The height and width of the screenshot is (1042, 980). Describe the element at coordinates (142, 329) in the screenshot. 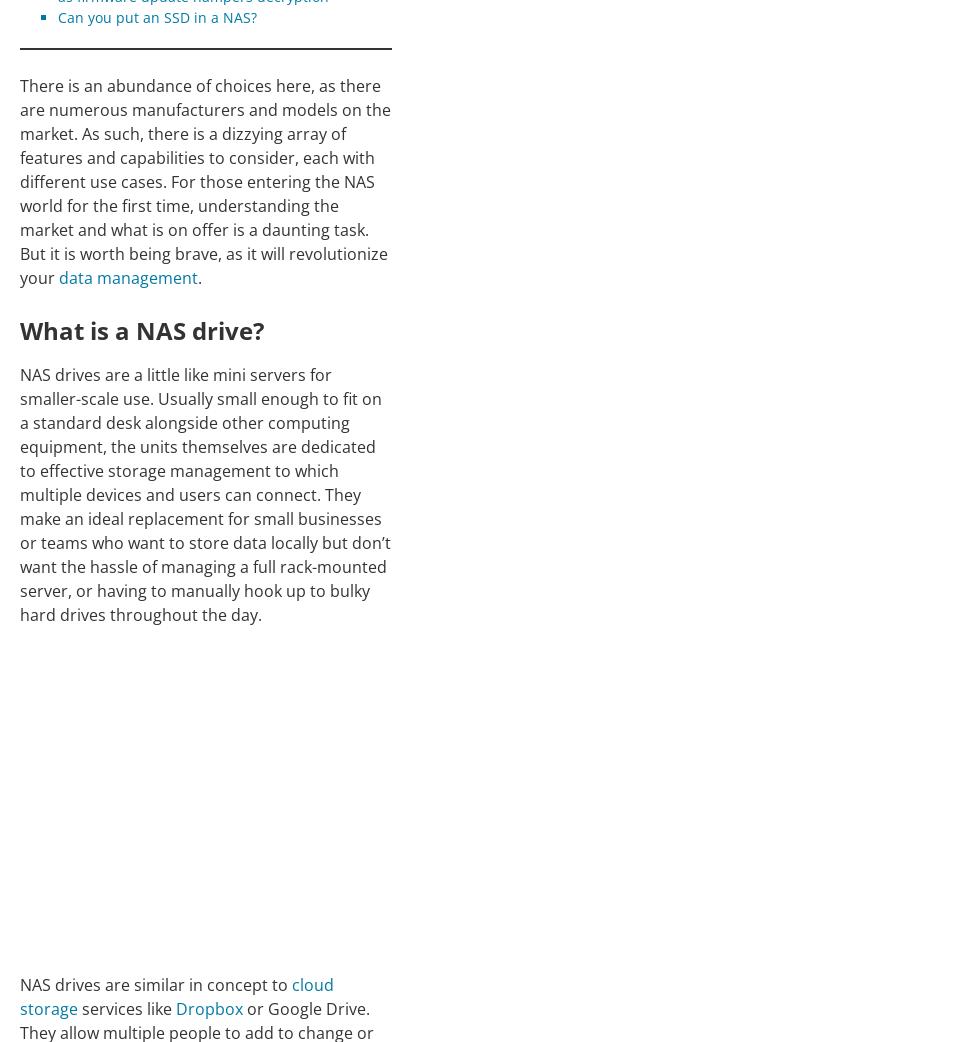

I see `'What is a NAS drive?'` at that location.